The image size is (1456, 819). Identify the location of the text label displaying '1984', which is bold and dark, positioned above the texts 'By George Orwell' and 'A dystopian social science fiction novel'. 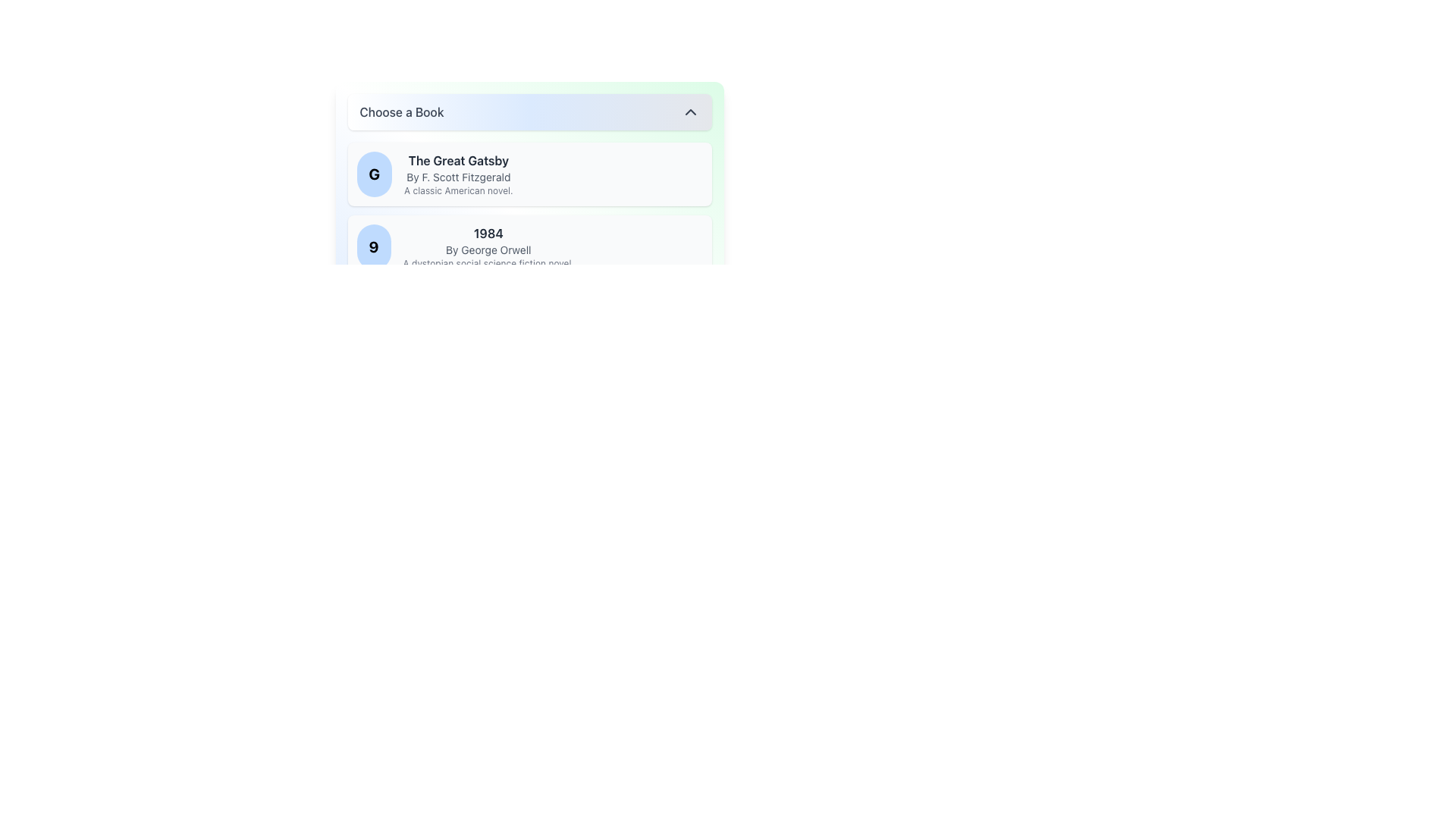
(488, 234).